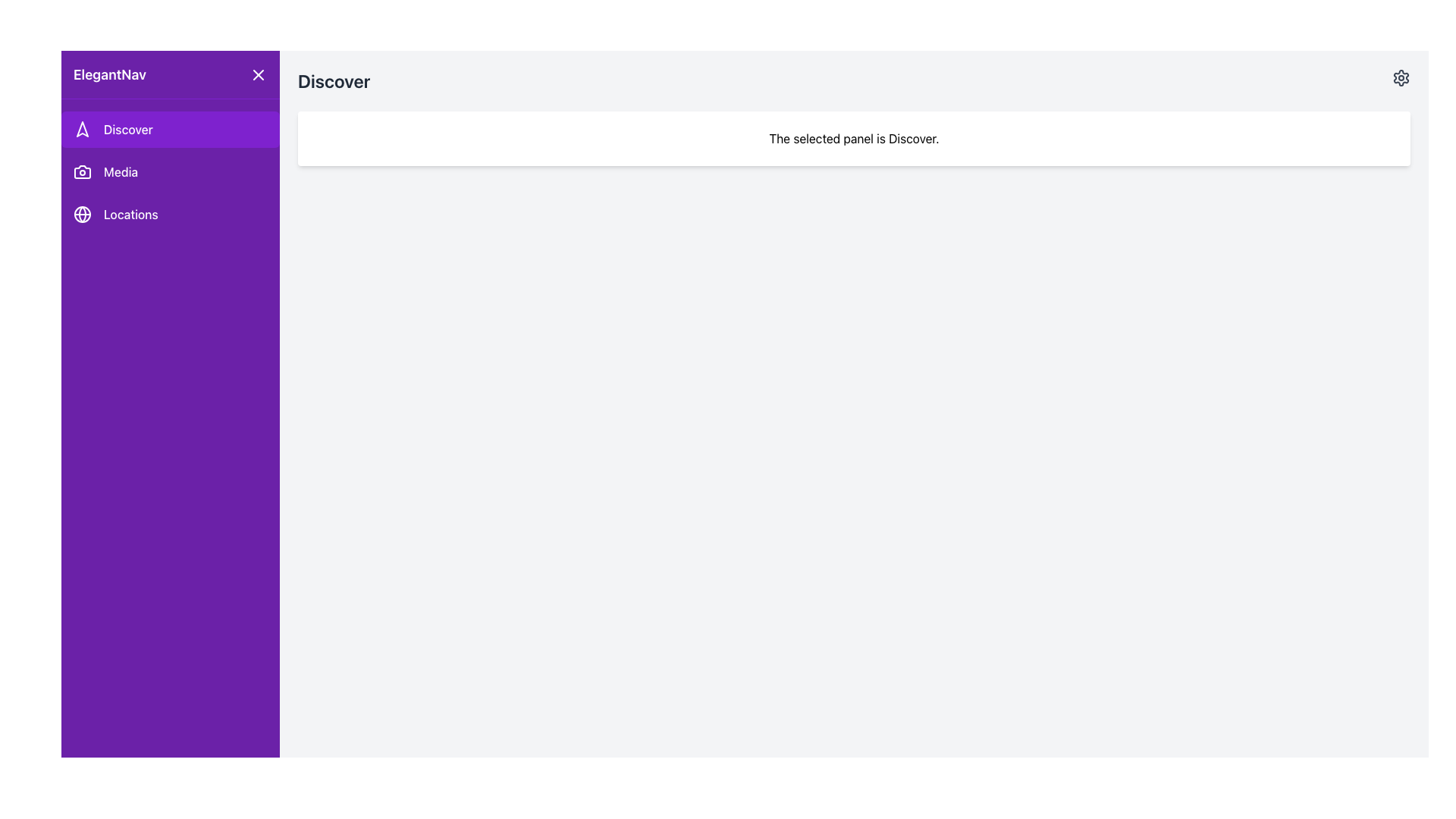 The width and height of the screenshot is (1456, 819). I want to click on the text label displaying 'Media' in white text on a purple background, which is the second item in the left sidebar navigation menu, so click(120, 171).